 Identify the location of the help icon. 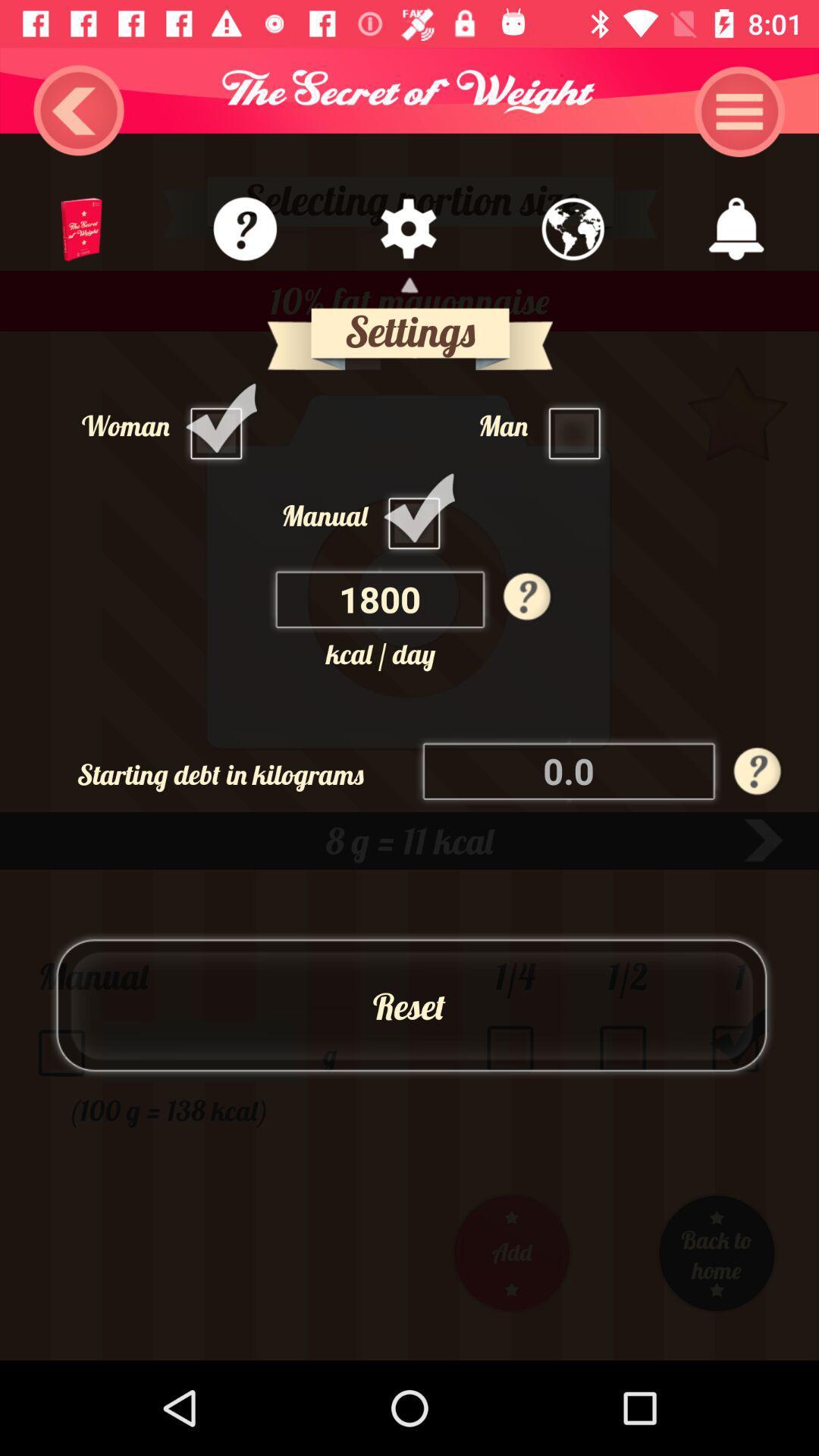
(527, 595).